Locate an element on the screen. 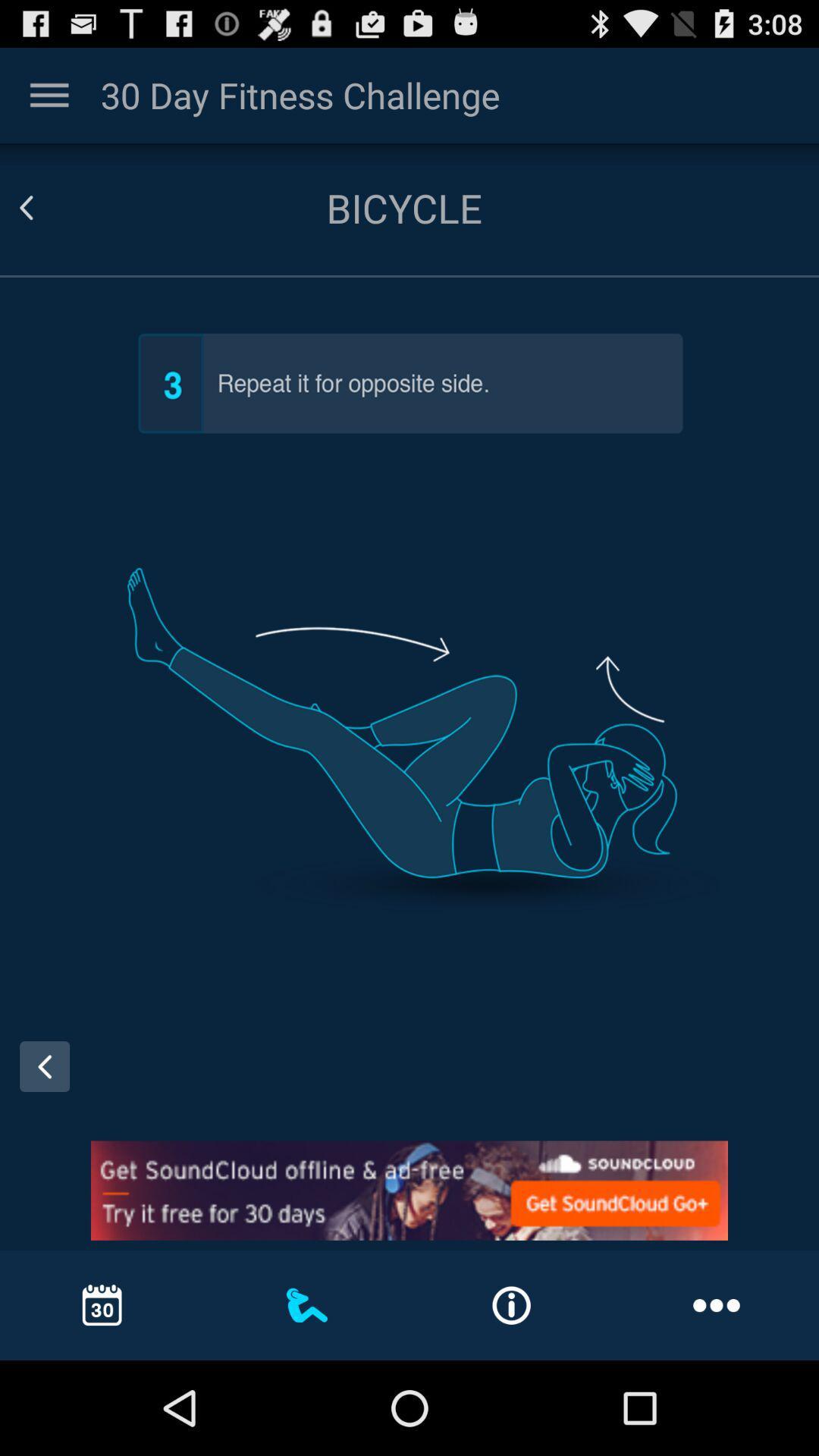  the information option at the bottom is located at coordinates (512, 1305).